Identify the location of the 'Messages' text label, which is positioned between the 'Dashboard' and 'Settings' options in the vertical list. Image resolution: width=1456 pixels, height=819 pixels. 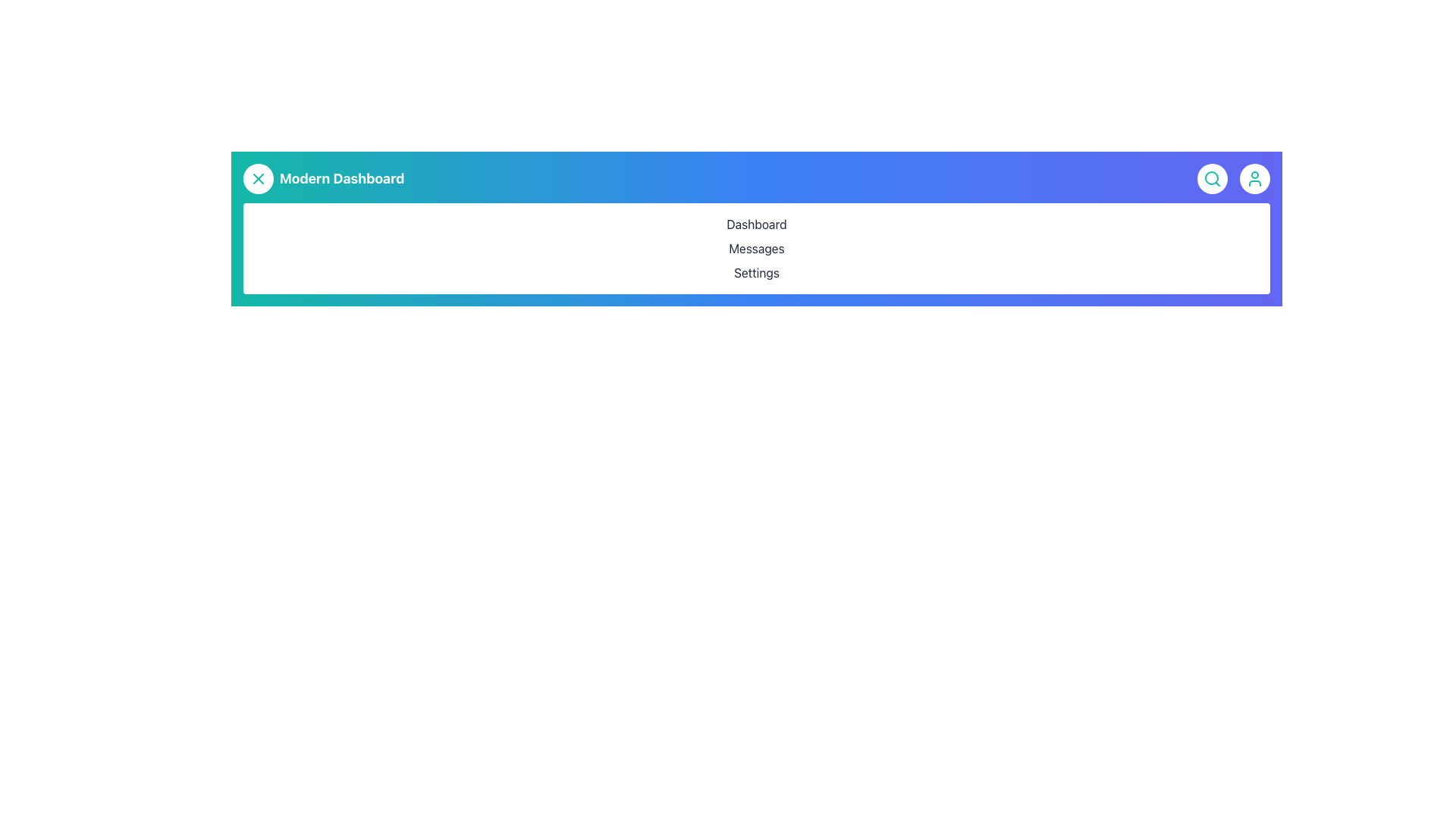
(757, 247).